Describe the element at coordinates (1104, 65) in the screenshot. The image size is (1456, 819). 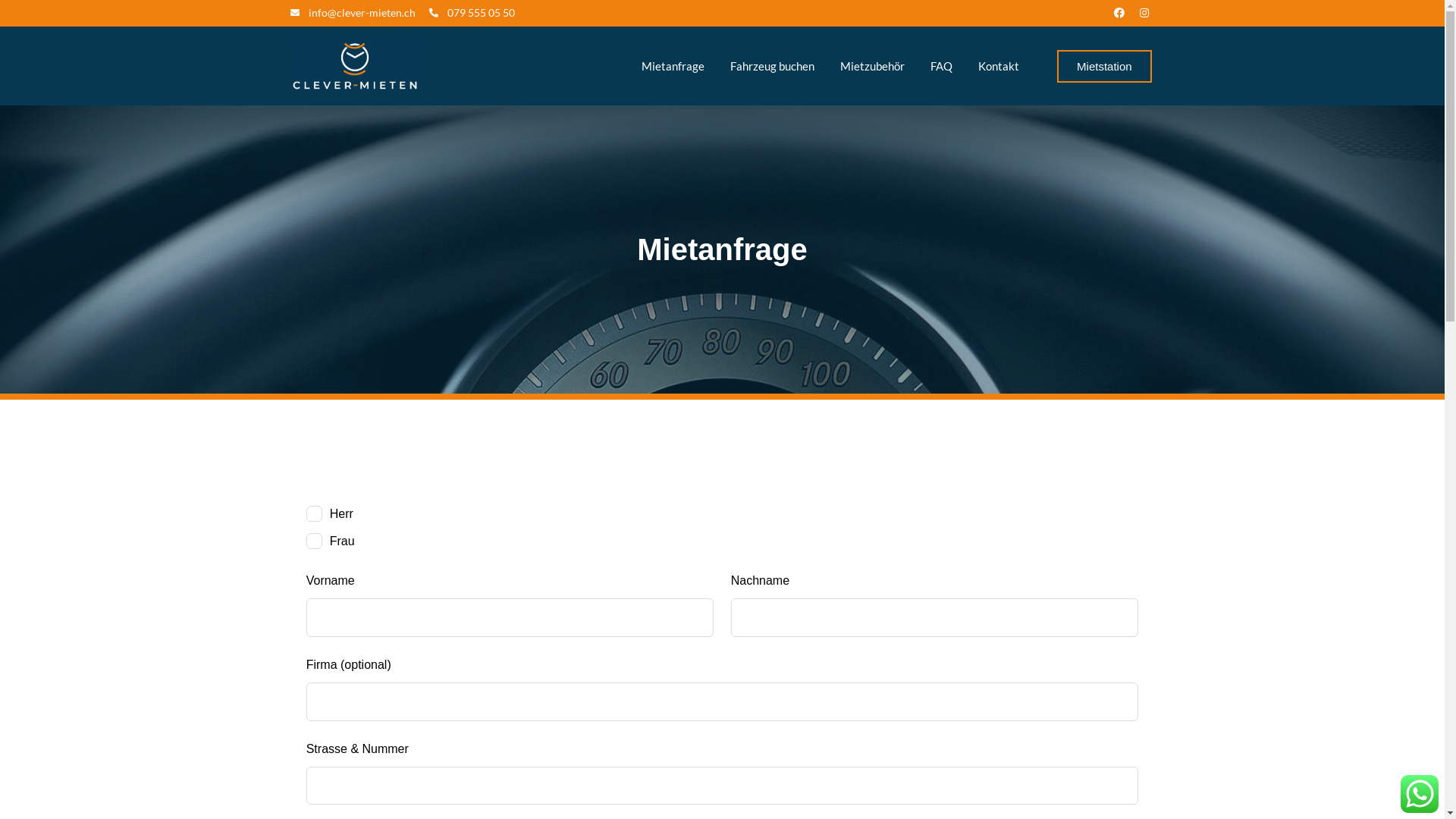
I see `'Mietstation'` at that location.